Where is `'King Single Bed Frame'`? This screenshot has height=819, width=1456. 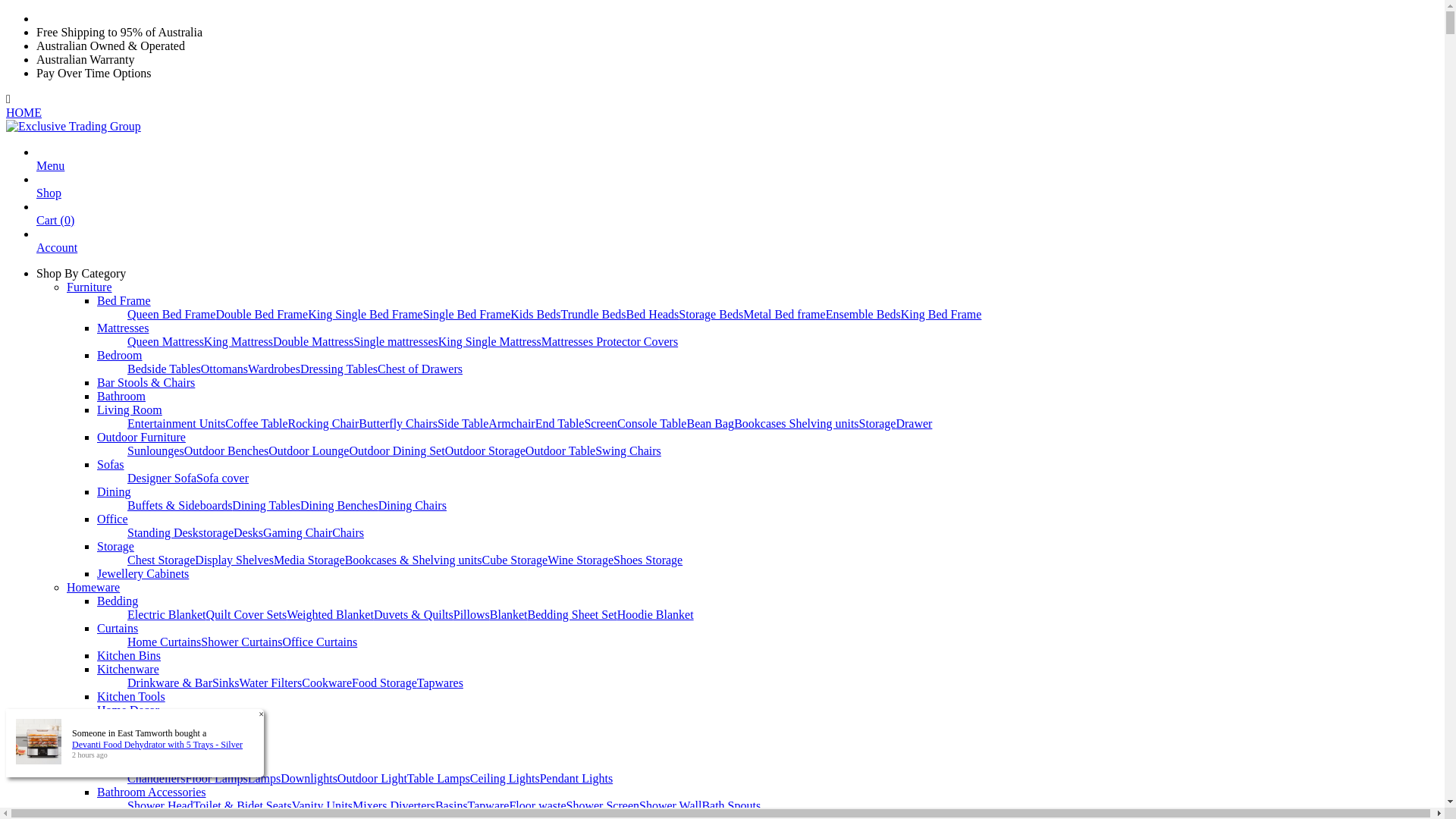 'King Single Bed Frame' is located at coordinates (307, 313).